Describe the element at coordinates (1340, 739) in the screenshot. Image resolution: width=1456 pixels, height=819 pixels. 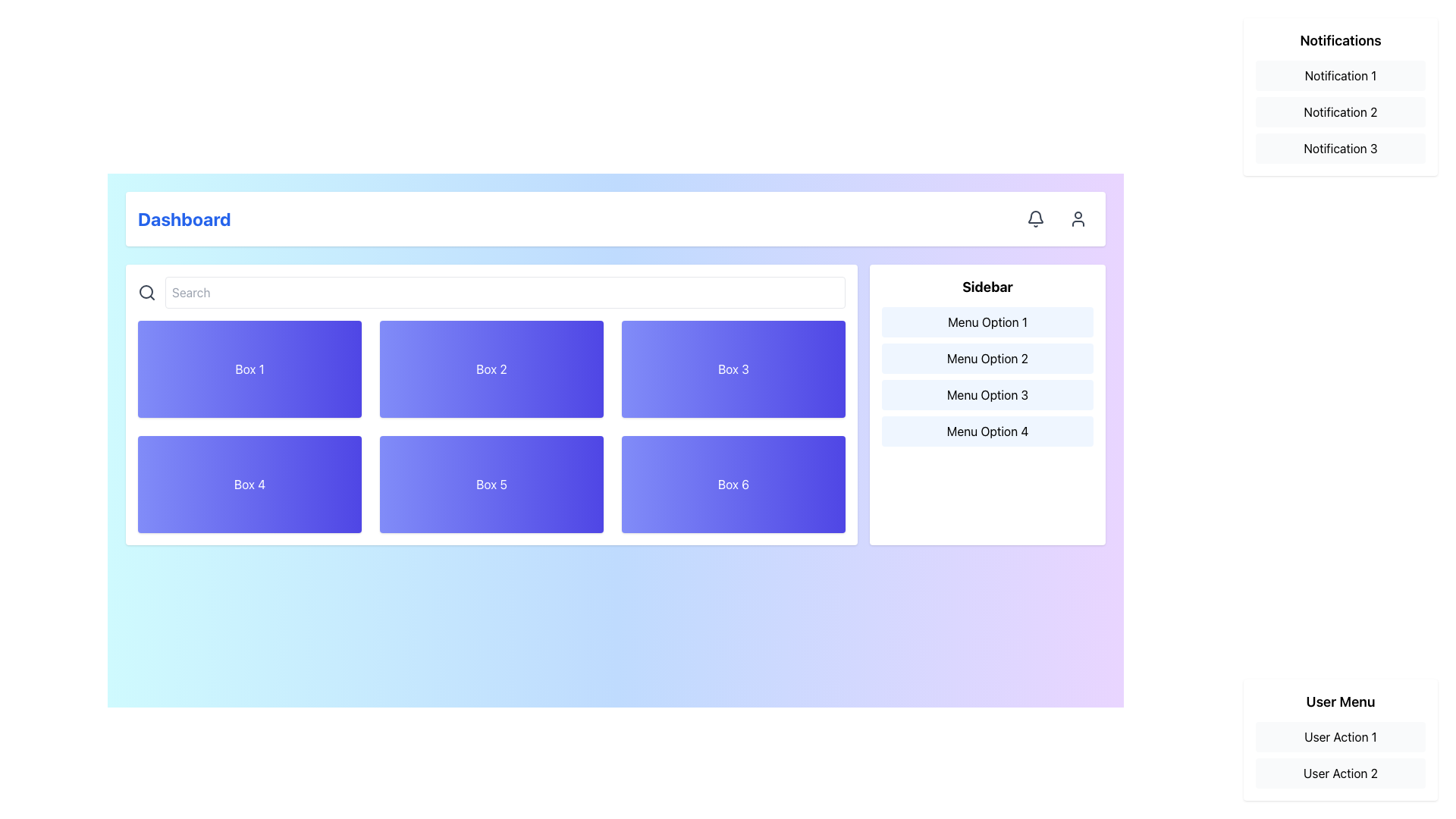
I see `the 'User Action 1' and 'User Action 2' buttons in the User Menu located in the bottom-right corner of the interface` at that location.